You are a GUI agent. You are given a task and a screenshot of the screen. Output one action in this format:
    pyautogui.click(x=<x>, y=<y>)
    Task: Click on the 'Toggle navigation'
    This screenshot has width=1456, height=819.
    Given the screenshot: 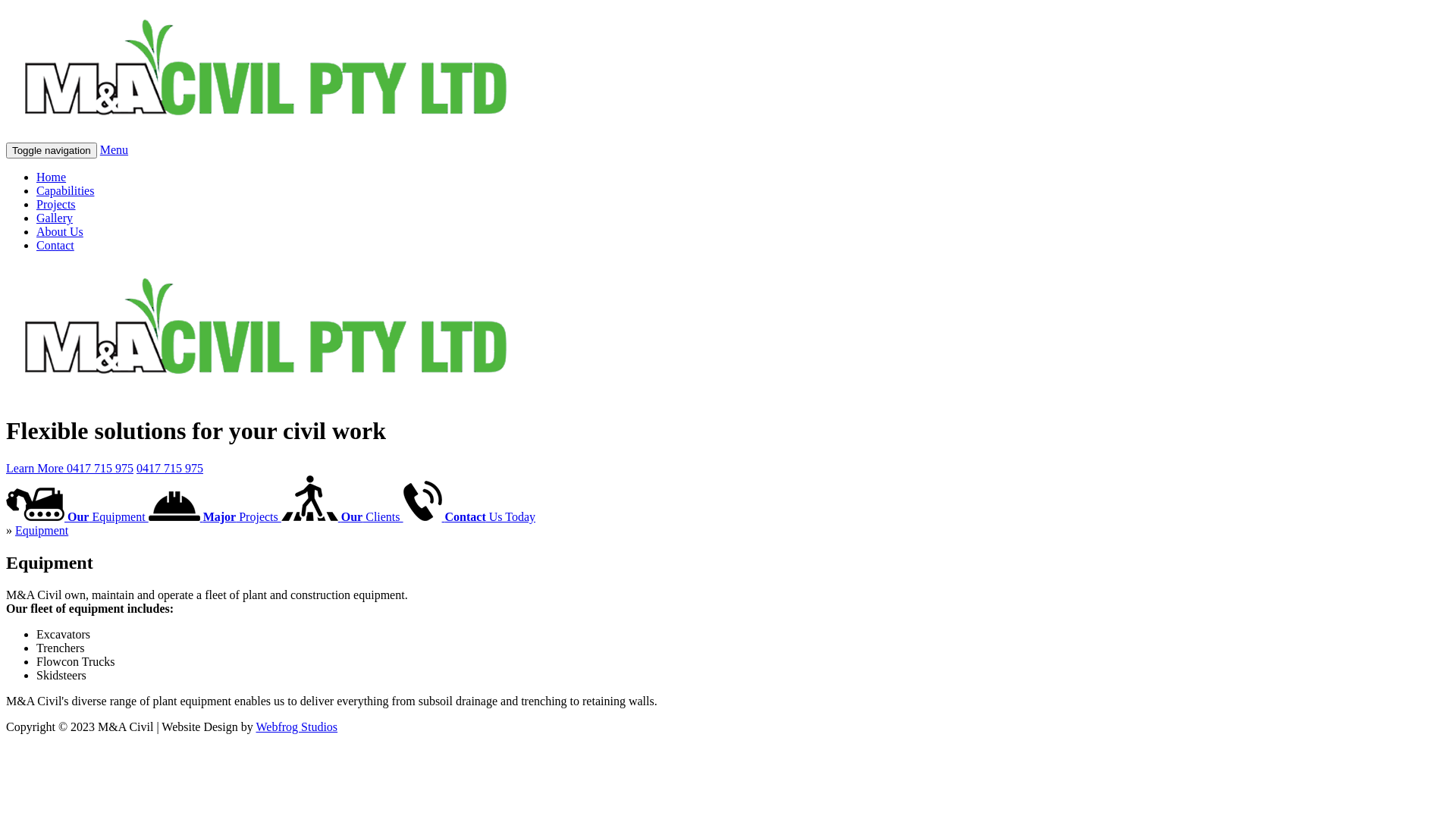 What is the action you would take?
    pyautogui.click(x=51, y=150)
    